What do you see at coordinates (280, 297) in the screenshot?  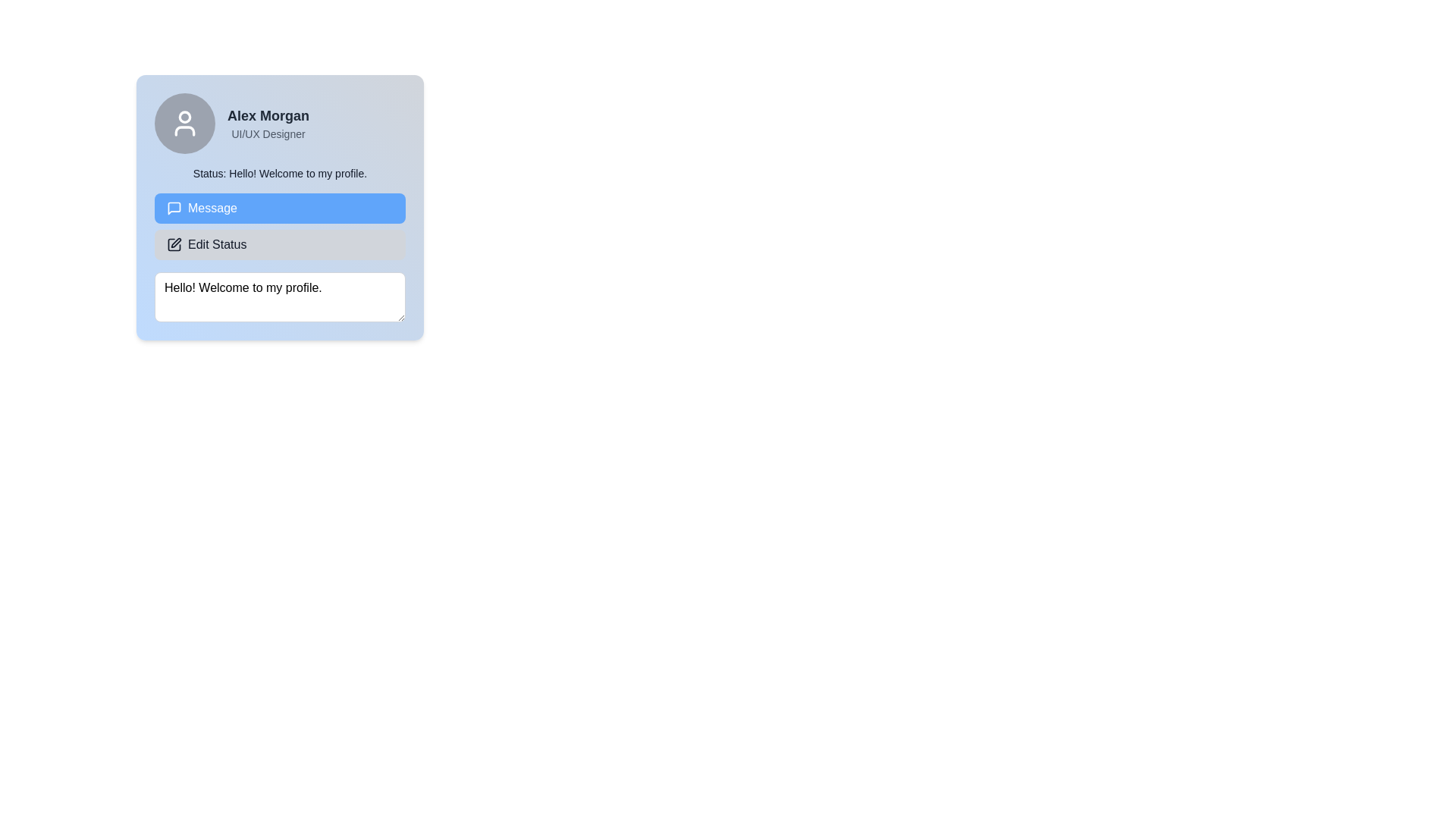 I see `the text box containing 'Hello! Welcome to my profile.'` at bounding box center [280, 297].